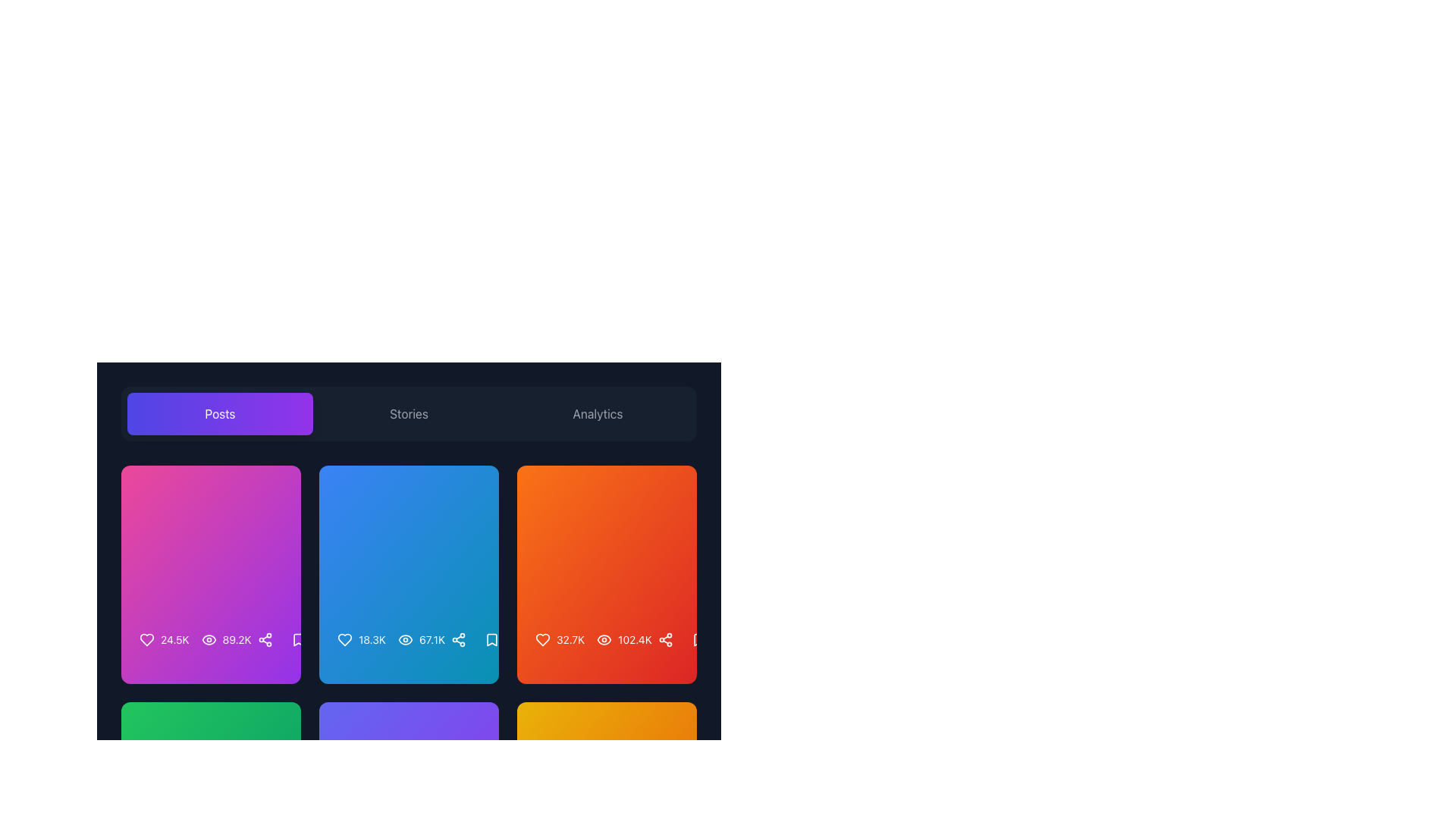  Describe the element at coordinates (607, 575) in the screenshot. I see `the icons of the Metric Display Card, which features statistics '32.7K' and '102.4K' with heart and eye icons, located in the third column of the first row` at that location.